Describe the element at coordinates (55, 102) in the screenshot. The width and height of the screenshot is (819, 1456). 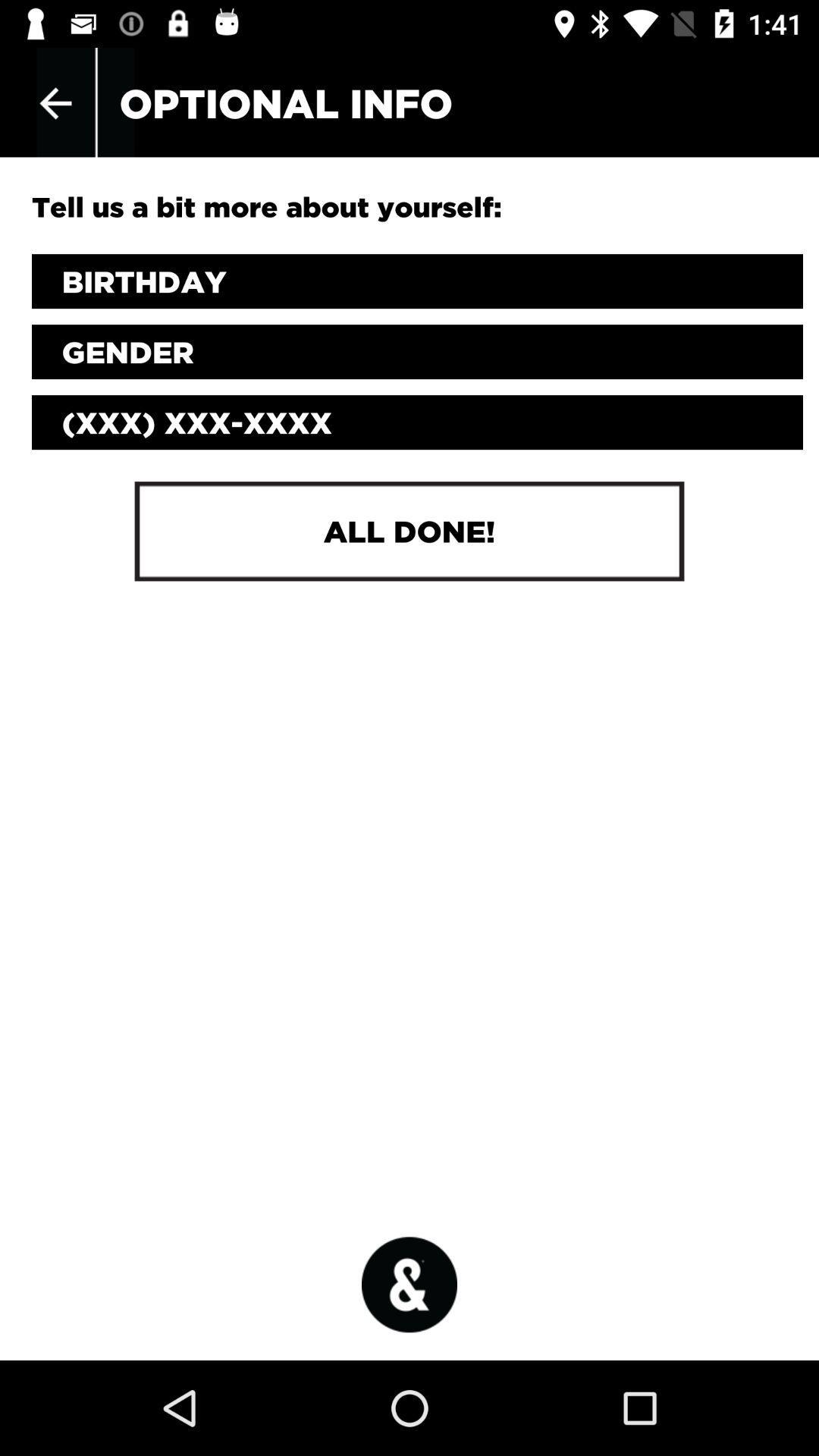
I see `the icon at the top left corner` at that location.